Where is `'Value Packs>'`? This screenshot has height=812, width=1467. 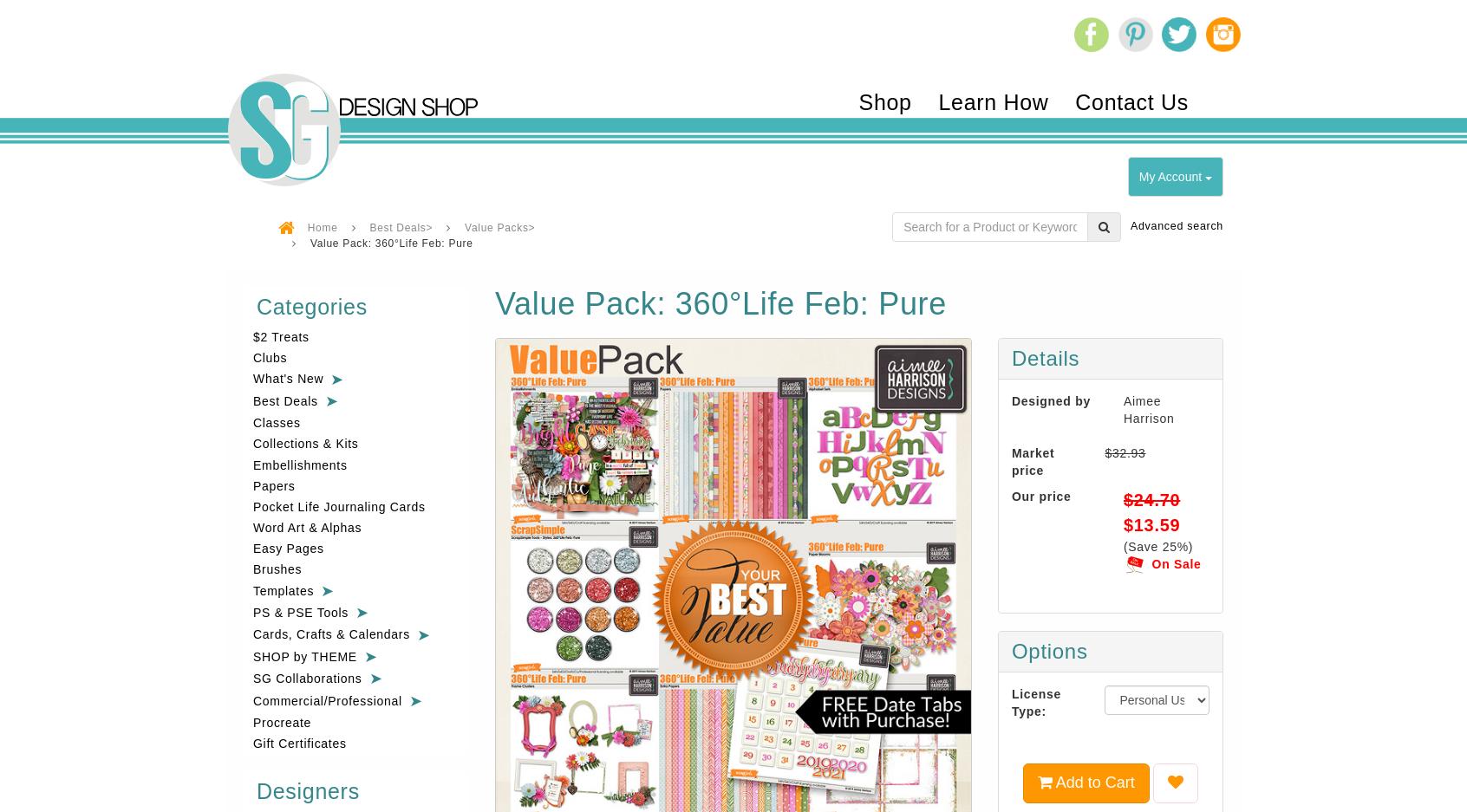
'Value Packs>' is located at coordinates (465, 226).